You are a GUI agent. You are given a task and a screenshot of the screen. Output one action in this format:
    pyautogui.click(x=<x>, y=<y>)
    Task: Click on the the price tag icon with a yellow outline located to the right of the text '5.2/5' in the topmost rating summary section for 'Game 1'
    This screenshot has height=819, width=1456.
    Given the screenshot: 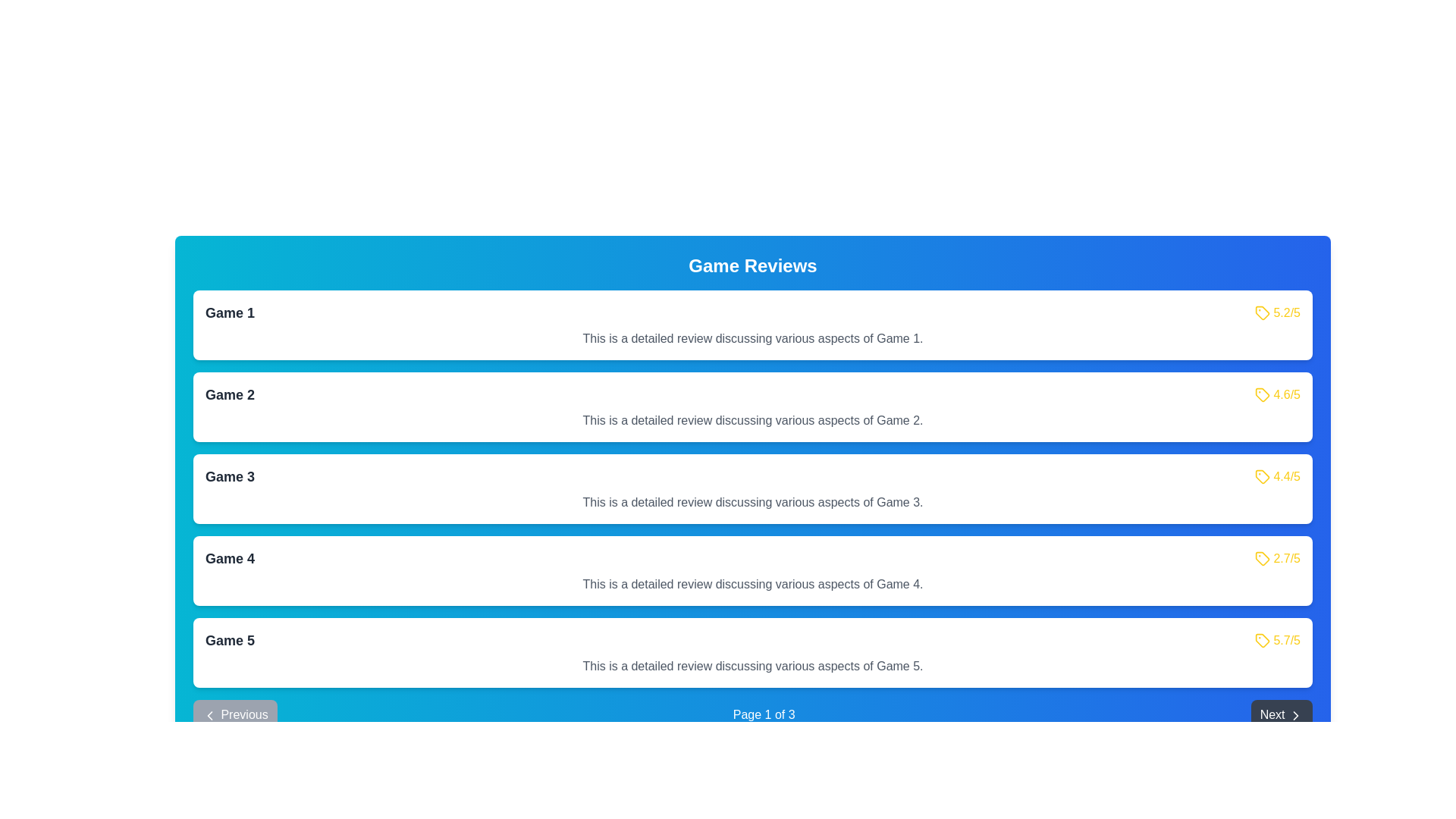 What is the action you would take?
    pyautogui.click(x=1263, y=312)
    